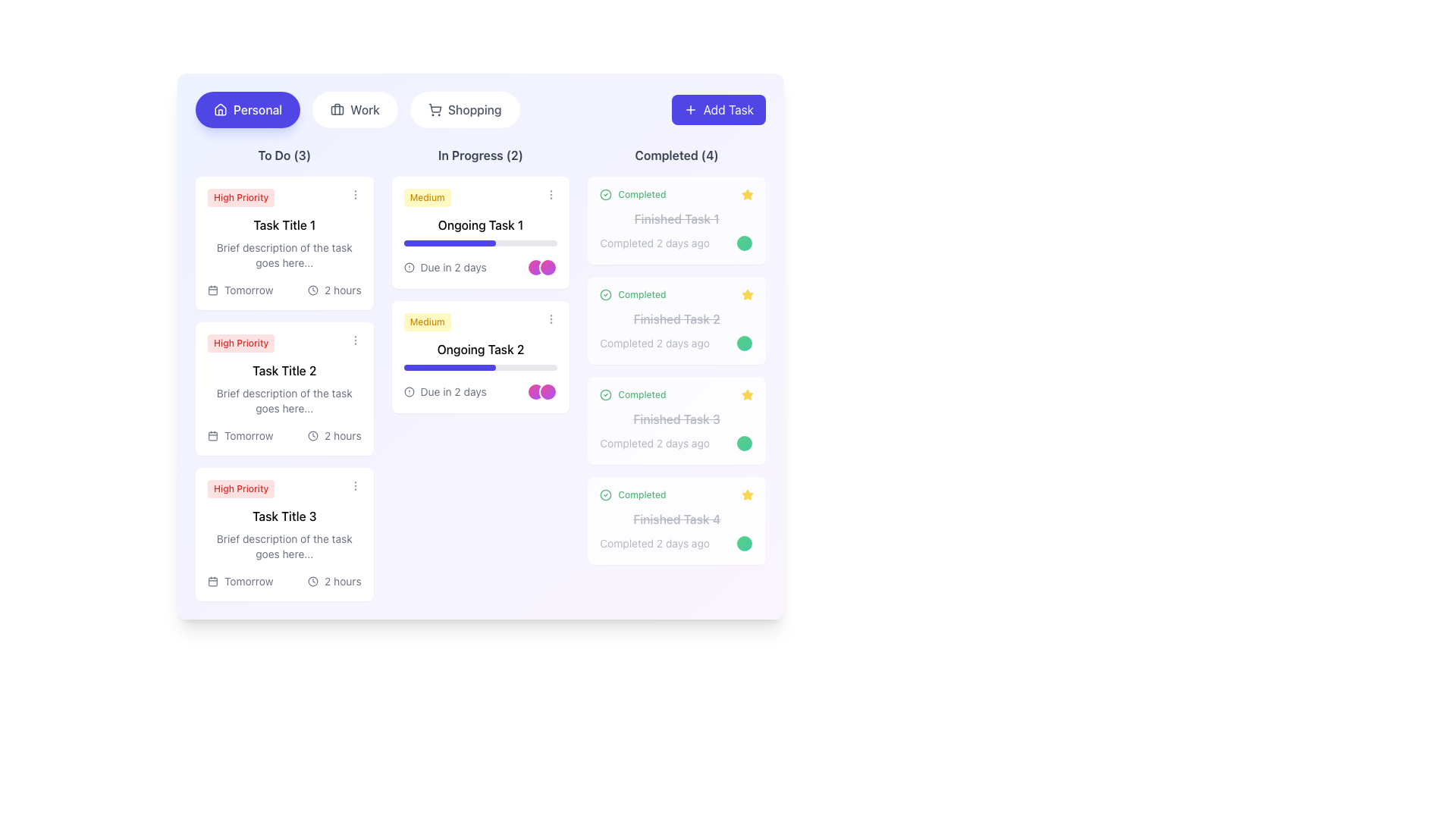 The image size is (1456, 819). I want to click on the star-shaped icon with a yellow fill in the 'Completed' section, located in the third column, aligned to the right of 'Finished Task 2', so click(747, 295).